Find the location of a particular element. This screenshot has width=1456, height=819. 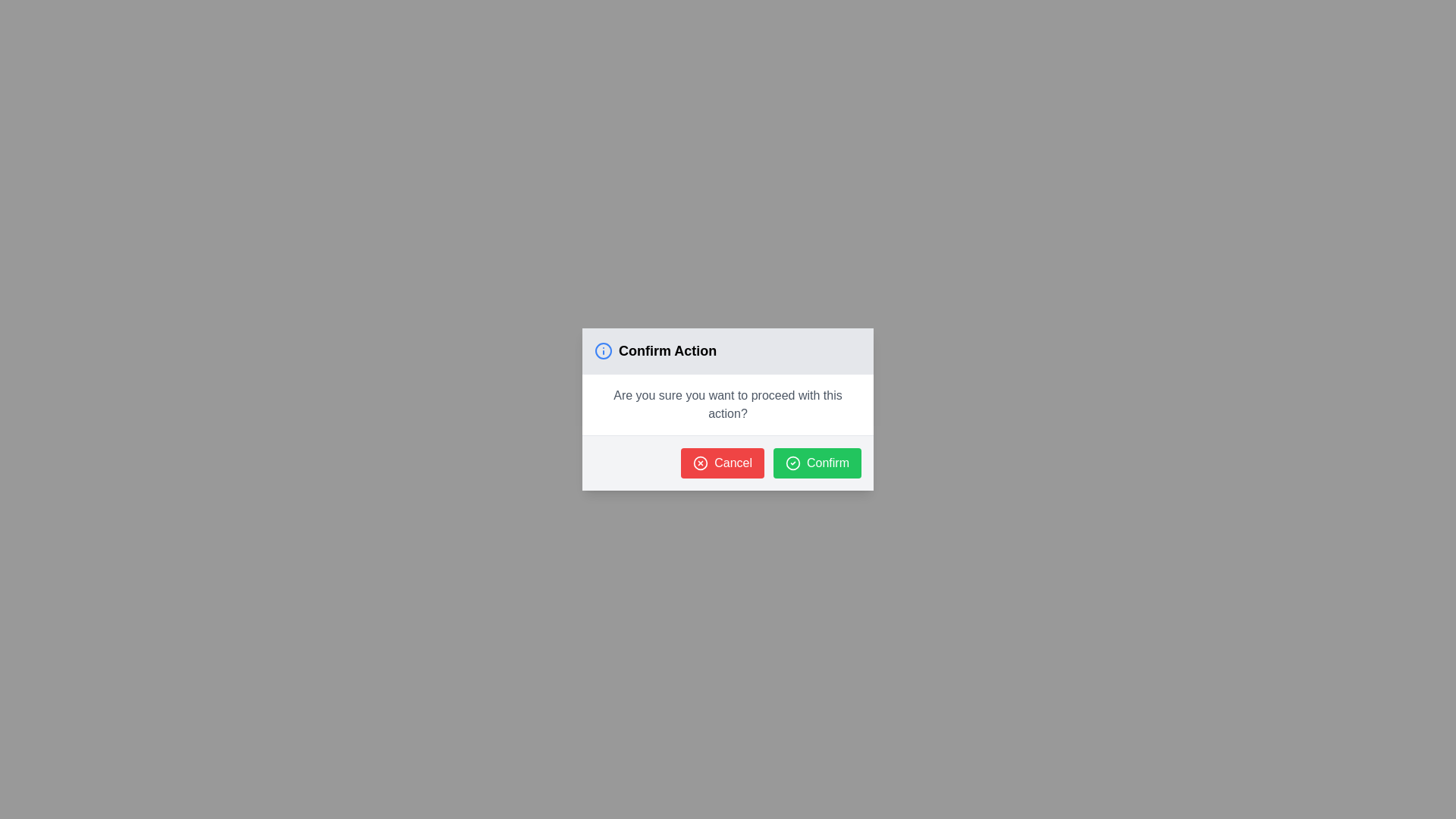

the confirmation icon located to the left of the 'Confirm' label text inside the green rectangular button at the bottom right of the dialog box is located at coordinates (792, 462).